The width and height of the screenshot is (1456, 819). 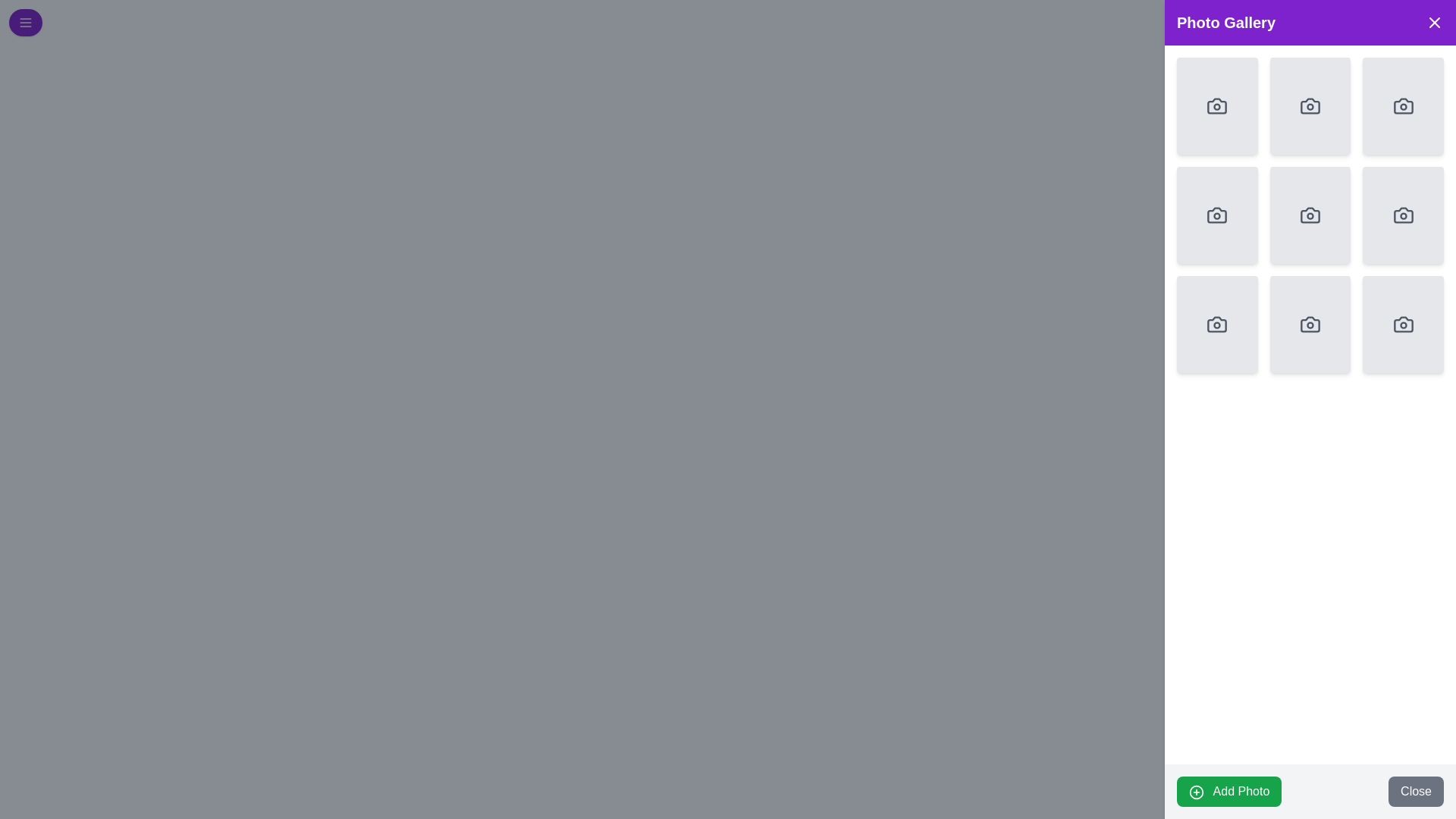 What do you see at coordinates (1226, 23) in the screenshot?
I see `the text label that serves as the header for the photo gallery section, located at the top-right of the interface` at bounding box center [1226, 23].